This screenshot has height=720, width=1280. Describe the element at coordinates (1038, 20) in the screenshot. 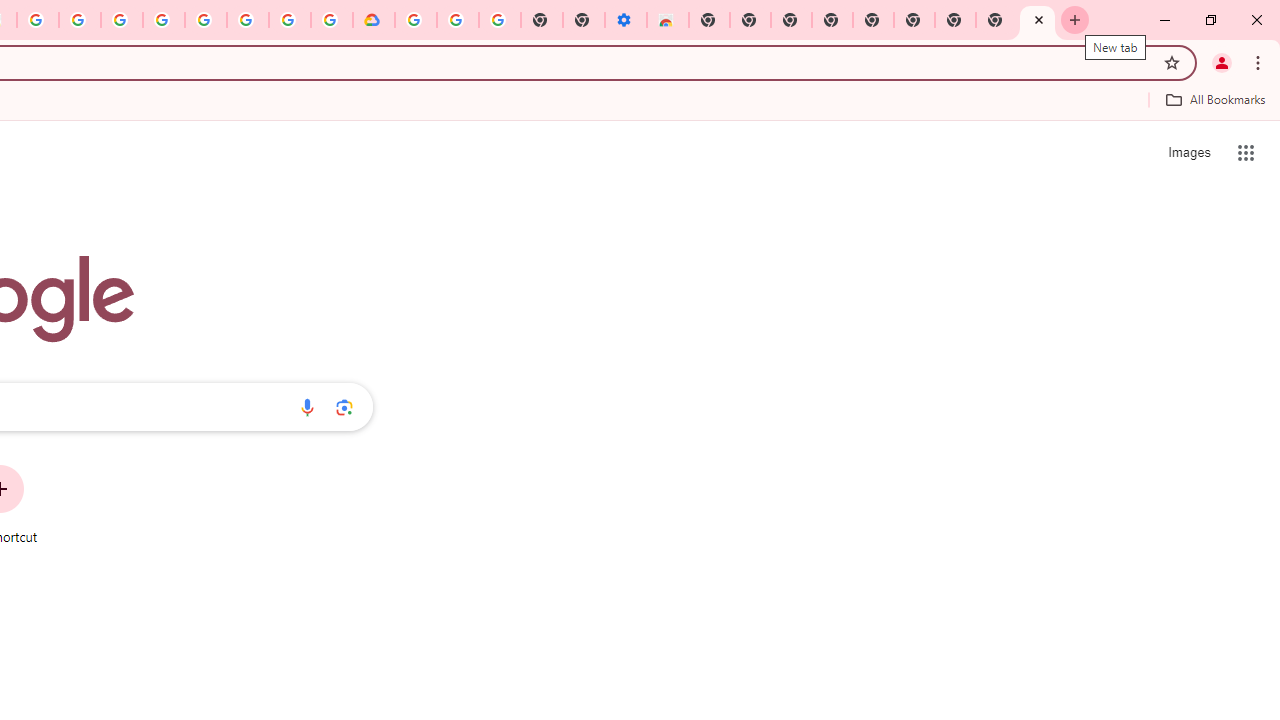

I see `'New Tab'` at that location.